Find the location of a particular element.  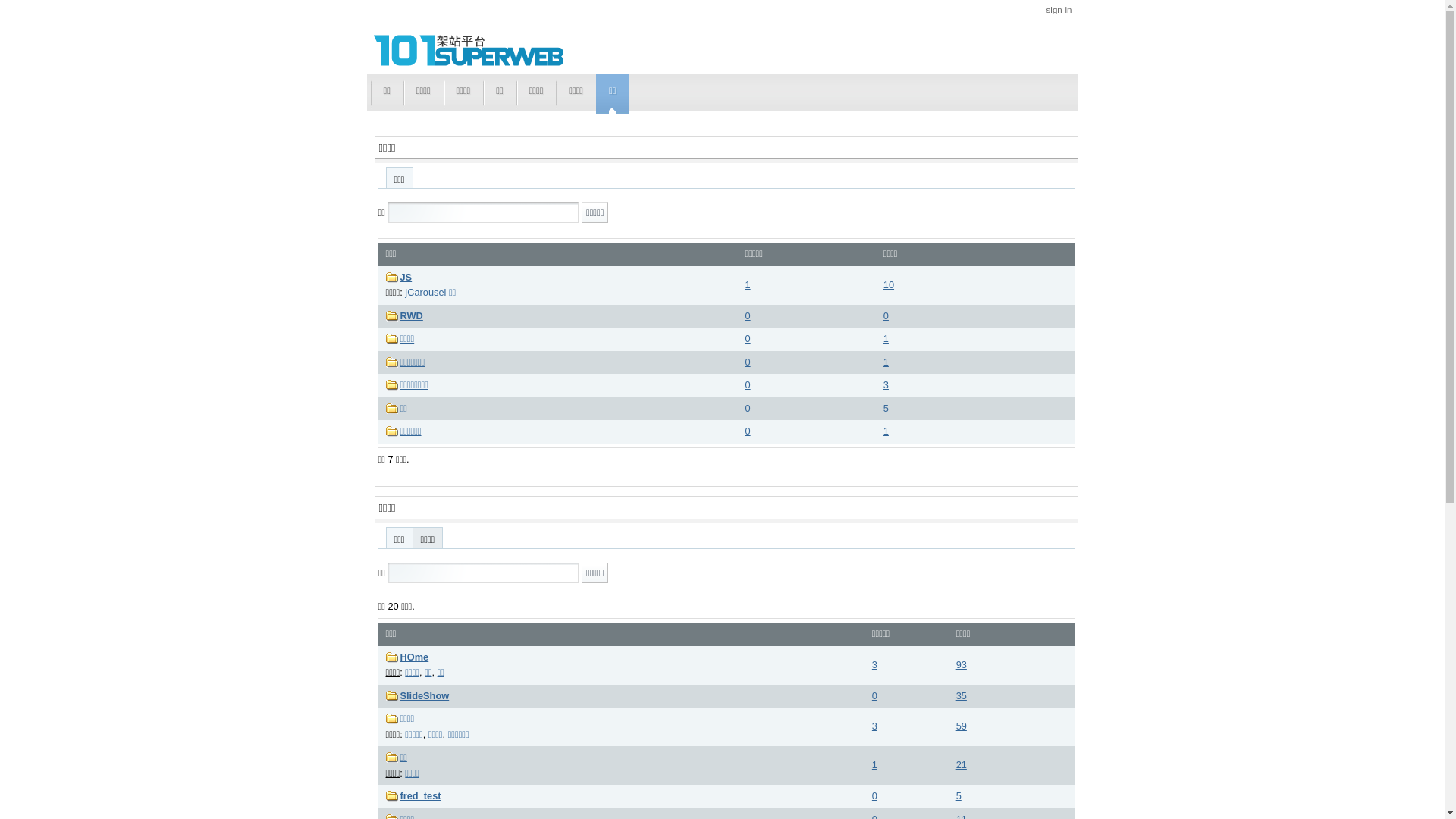

'59' is located at coordinates (960, 725).